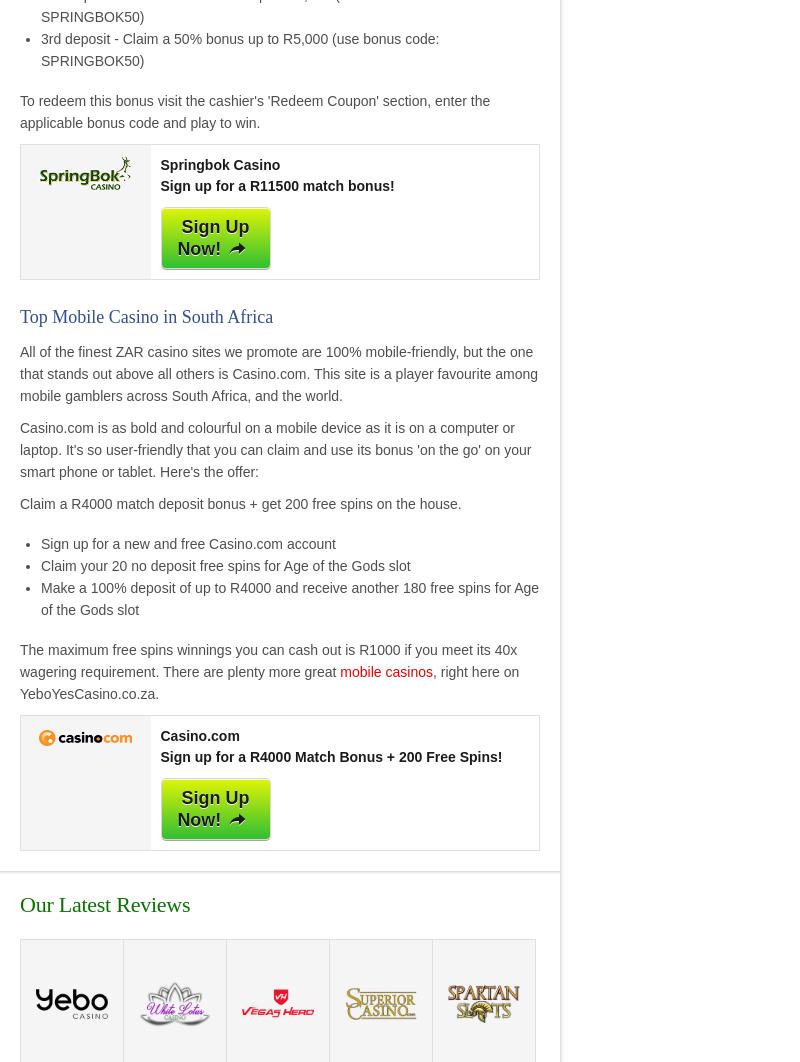 This screenshot has width=800, height=1062. What do you see at coordinates (225, 564) in the screenshot?
I see `'Claim your 20 no deposit free spins for Age of the Gods slot'` at bounding box center [225, 564].